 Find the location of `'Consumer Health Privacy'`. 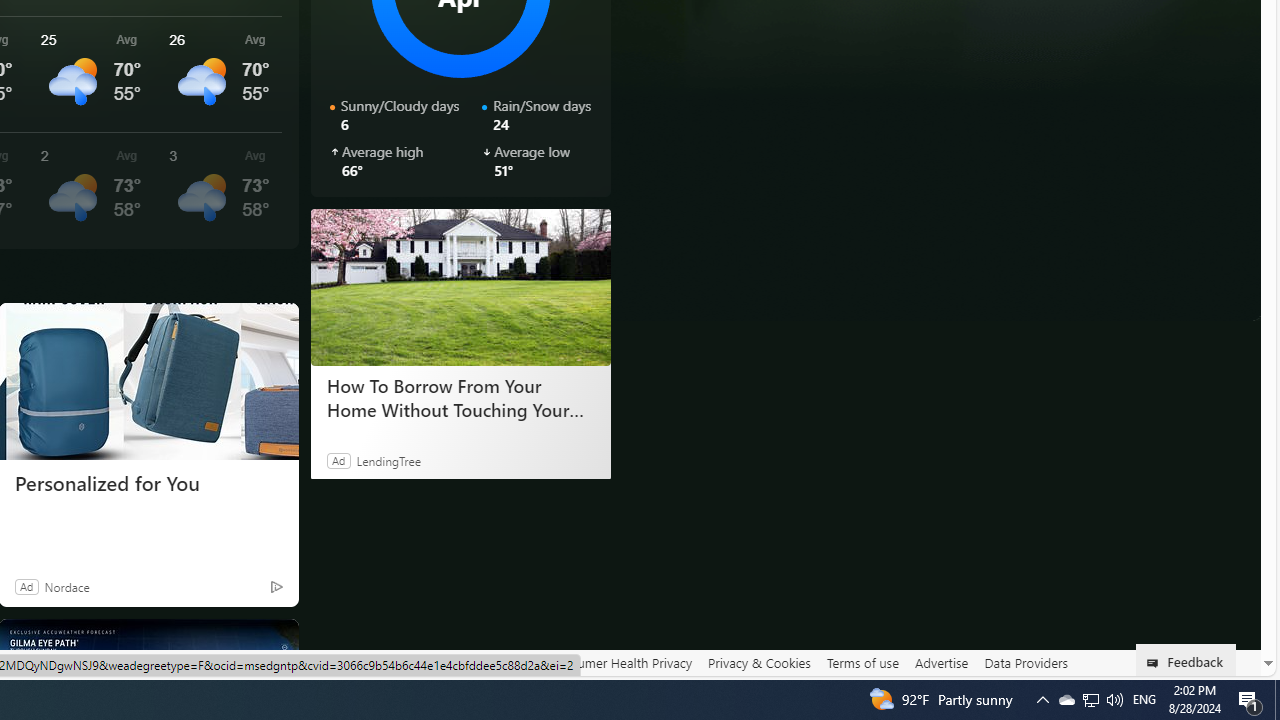

'Consumer Health Privacy' is located at coordinates (619, 663).